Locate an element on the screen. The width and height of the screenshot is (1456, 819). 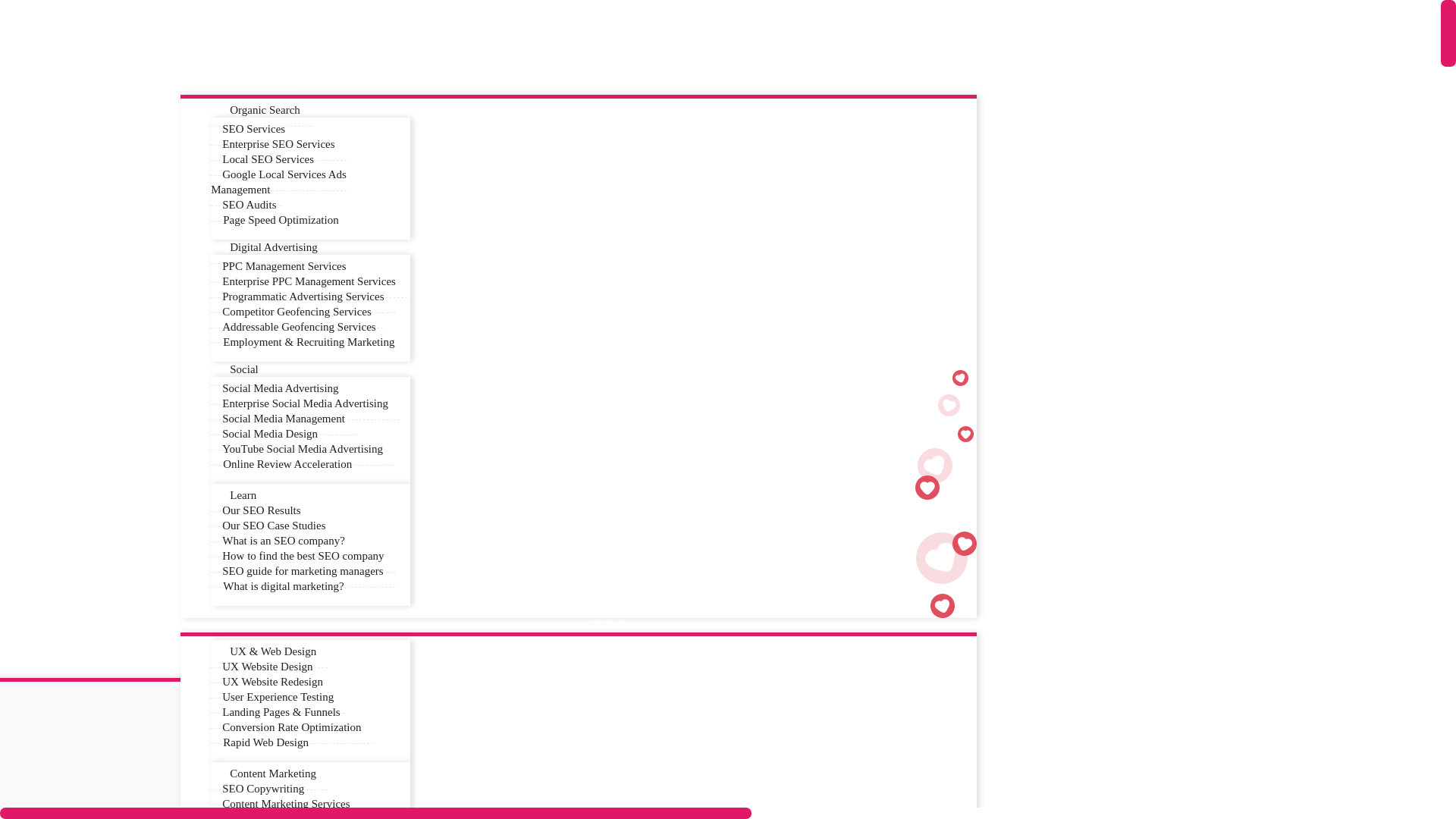
'YouTube Social Media Advertising' is located at coordinates (302, 448).